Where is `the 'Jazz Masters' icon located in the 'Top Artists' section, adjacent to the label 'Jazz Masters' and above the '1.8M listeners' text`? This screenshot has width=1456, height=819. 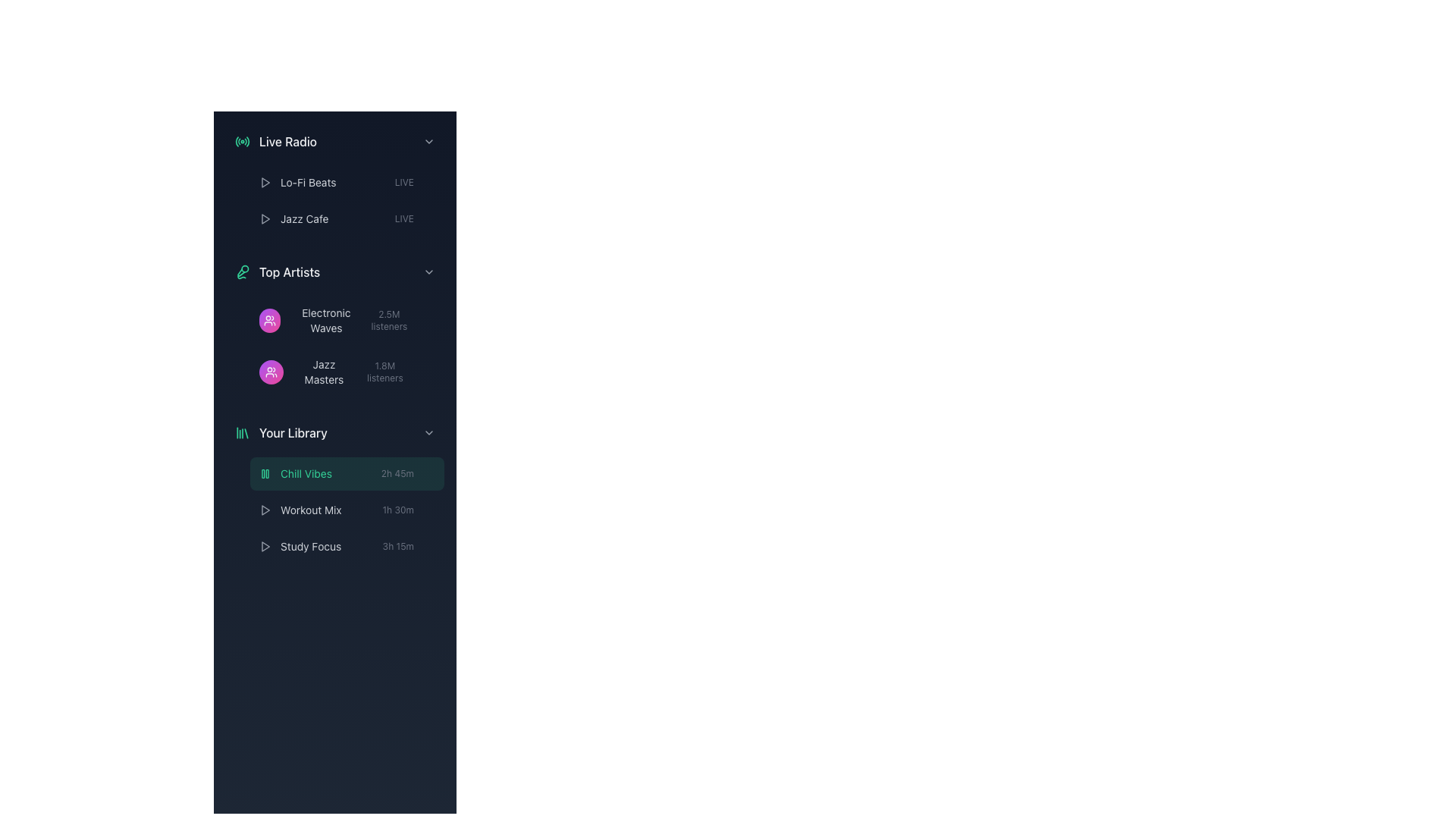 the 'Jazz Masters' icon located in the 'Top Artists' section, adjacent to the label 'Jazz Masters' and above the '1.8M listeners' text is located at coordinates (271, 372).